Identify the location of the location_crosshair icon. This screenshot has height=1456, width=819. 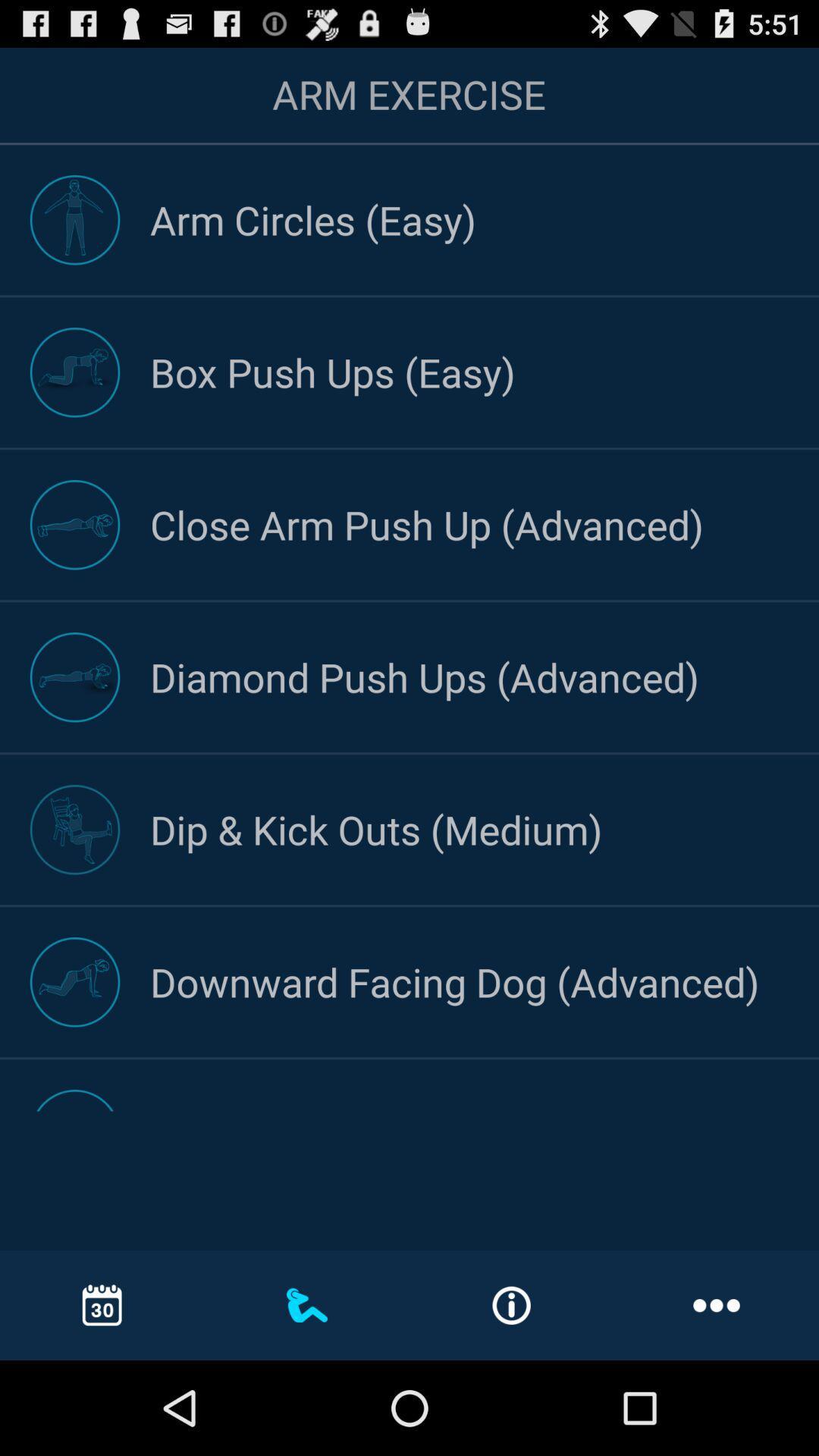
(344, 684).